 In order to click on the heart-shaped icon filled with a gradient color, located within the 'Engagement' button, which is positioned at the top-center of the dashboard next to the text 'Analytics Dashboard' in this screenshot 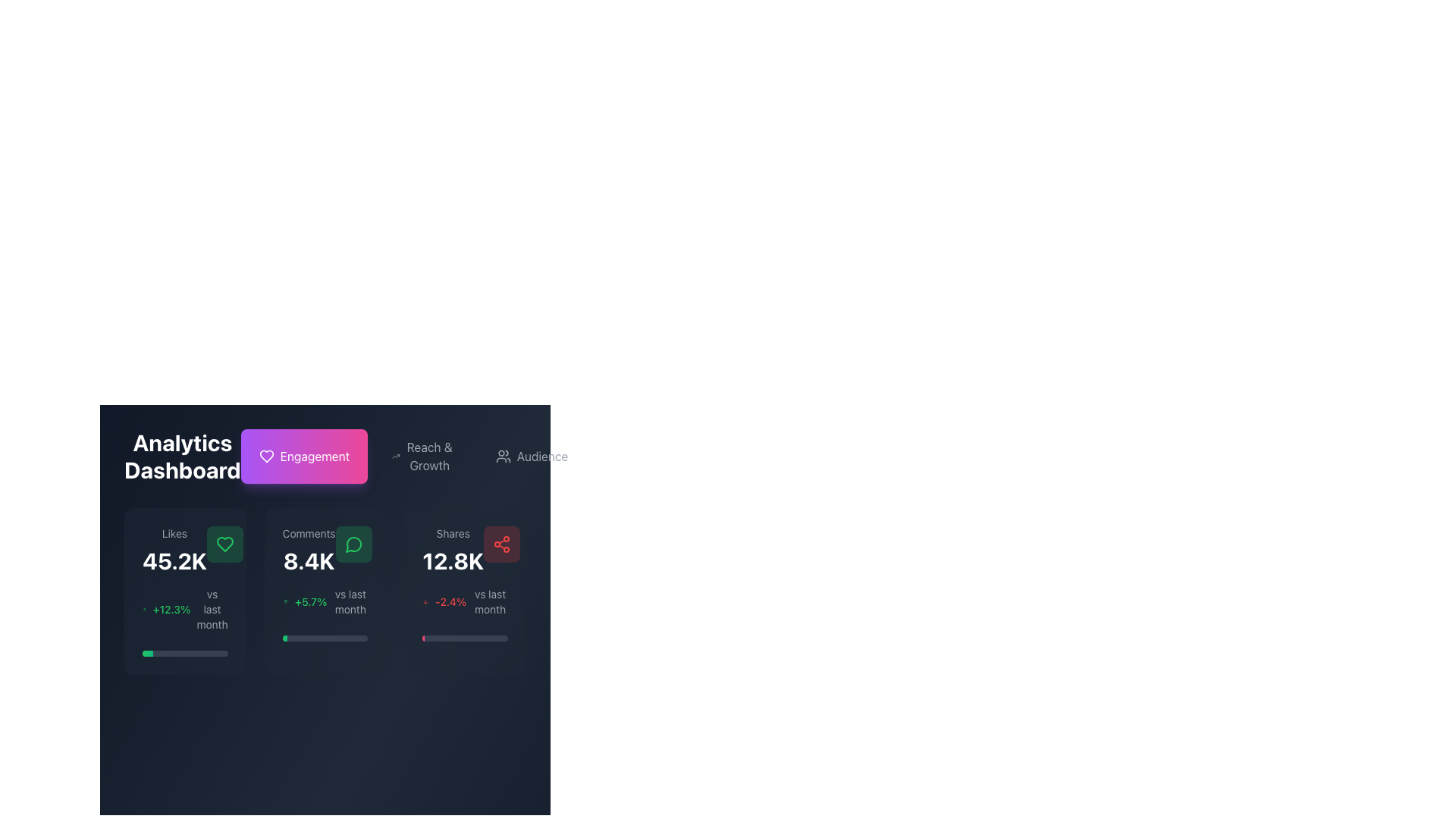, I will do `click(266, 455)`.